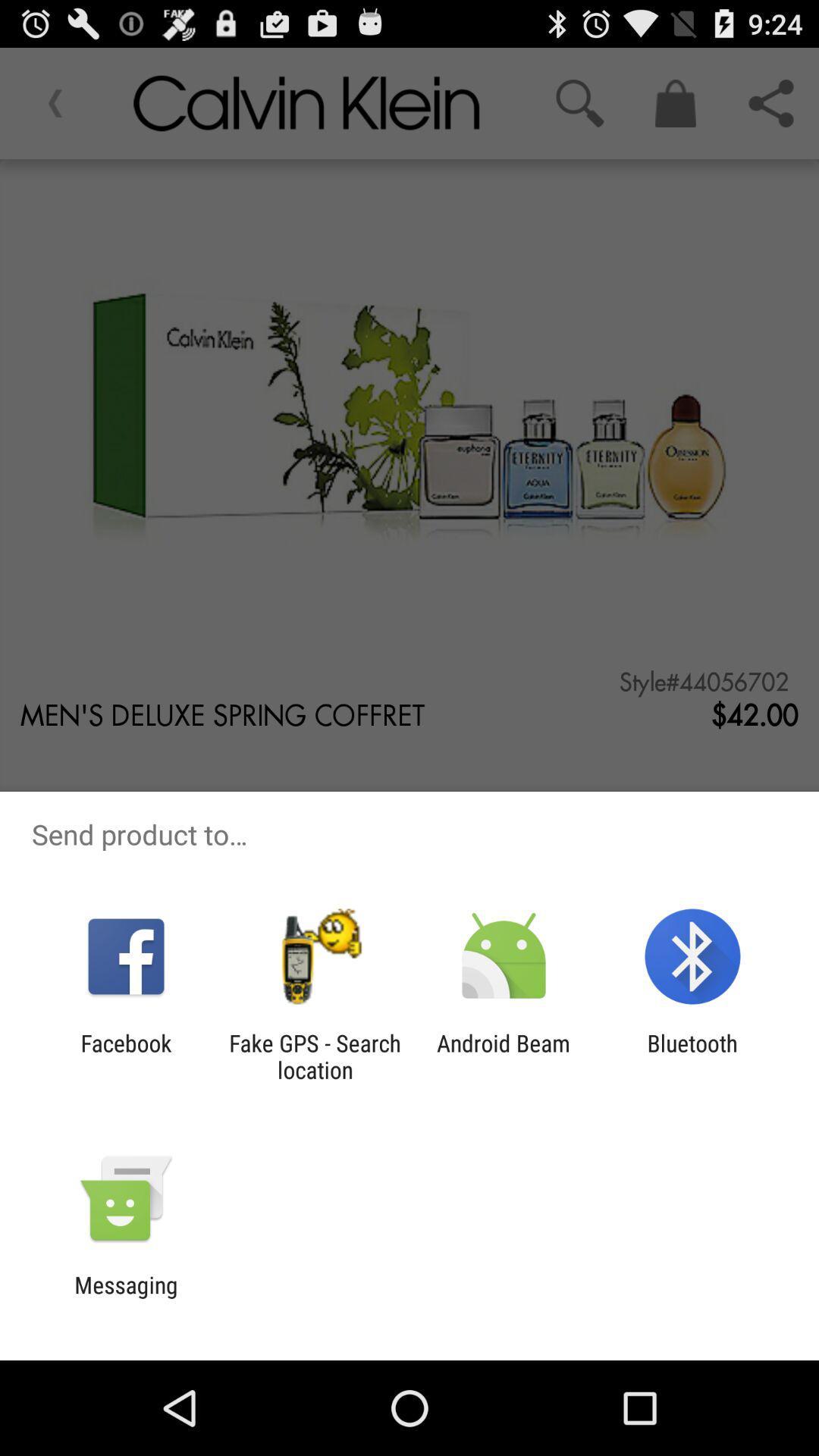 The image size is (819, 1456). Describe the element at coordinates (314, 1056) in the screenshot. I see `the item to the right of the facebook app` at that location.